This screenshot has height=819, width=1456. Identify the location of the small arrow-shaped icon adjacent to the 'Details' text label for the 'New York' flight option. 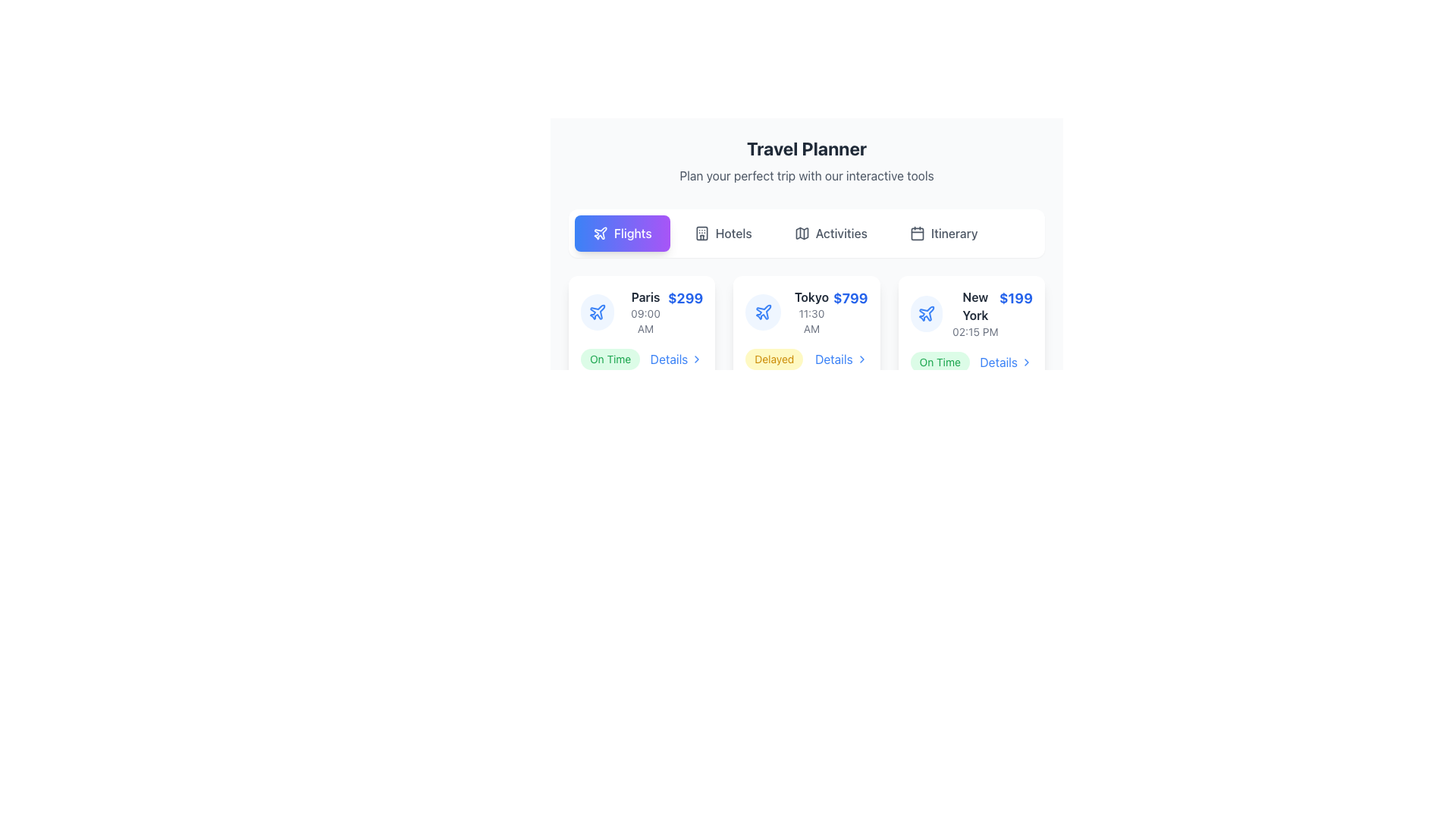
(1026, 362).